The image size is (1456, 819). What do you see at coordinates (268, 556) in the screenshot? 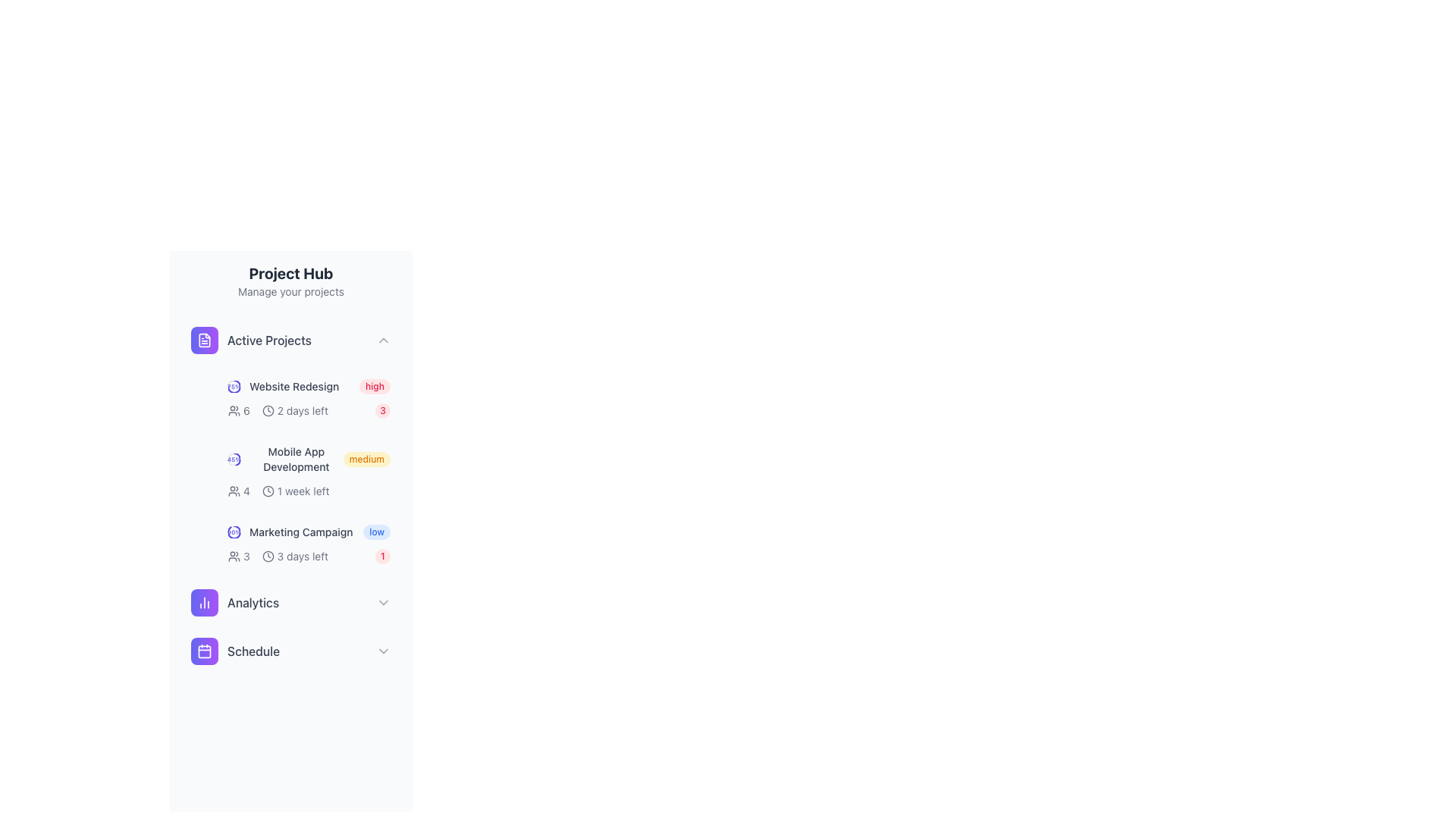
I see `the circular outer part of the clock icon located to the left of the '3 days left' text in the 'Marketing Campaign' entry of the active projects list` at bounding box center [268, 556].